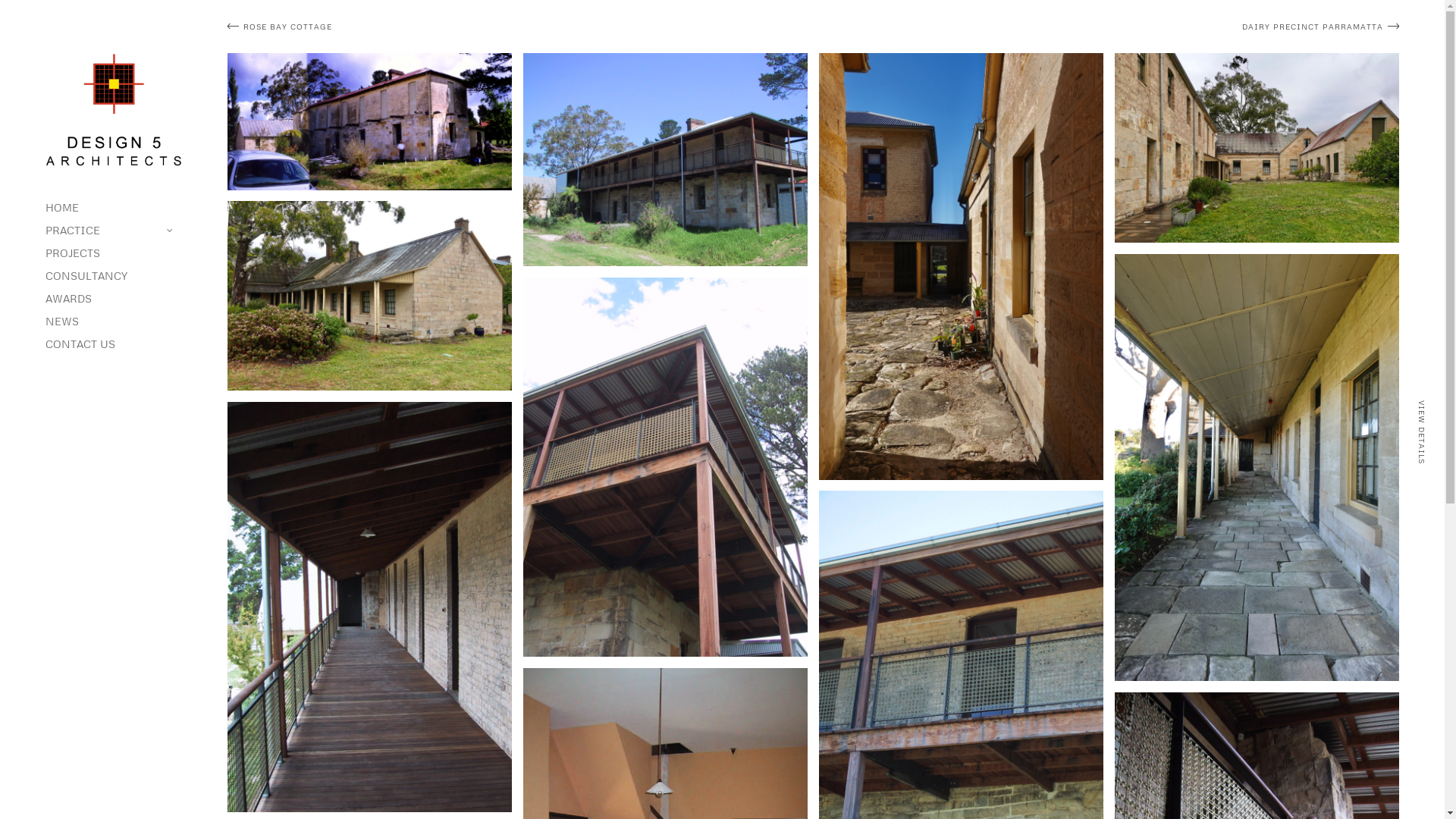 This screenshot has width=1456, height=819. What do you see at coordinates (112, 207) in the screenshot?
I see `'HOME'` at bounding box center [112, 207].